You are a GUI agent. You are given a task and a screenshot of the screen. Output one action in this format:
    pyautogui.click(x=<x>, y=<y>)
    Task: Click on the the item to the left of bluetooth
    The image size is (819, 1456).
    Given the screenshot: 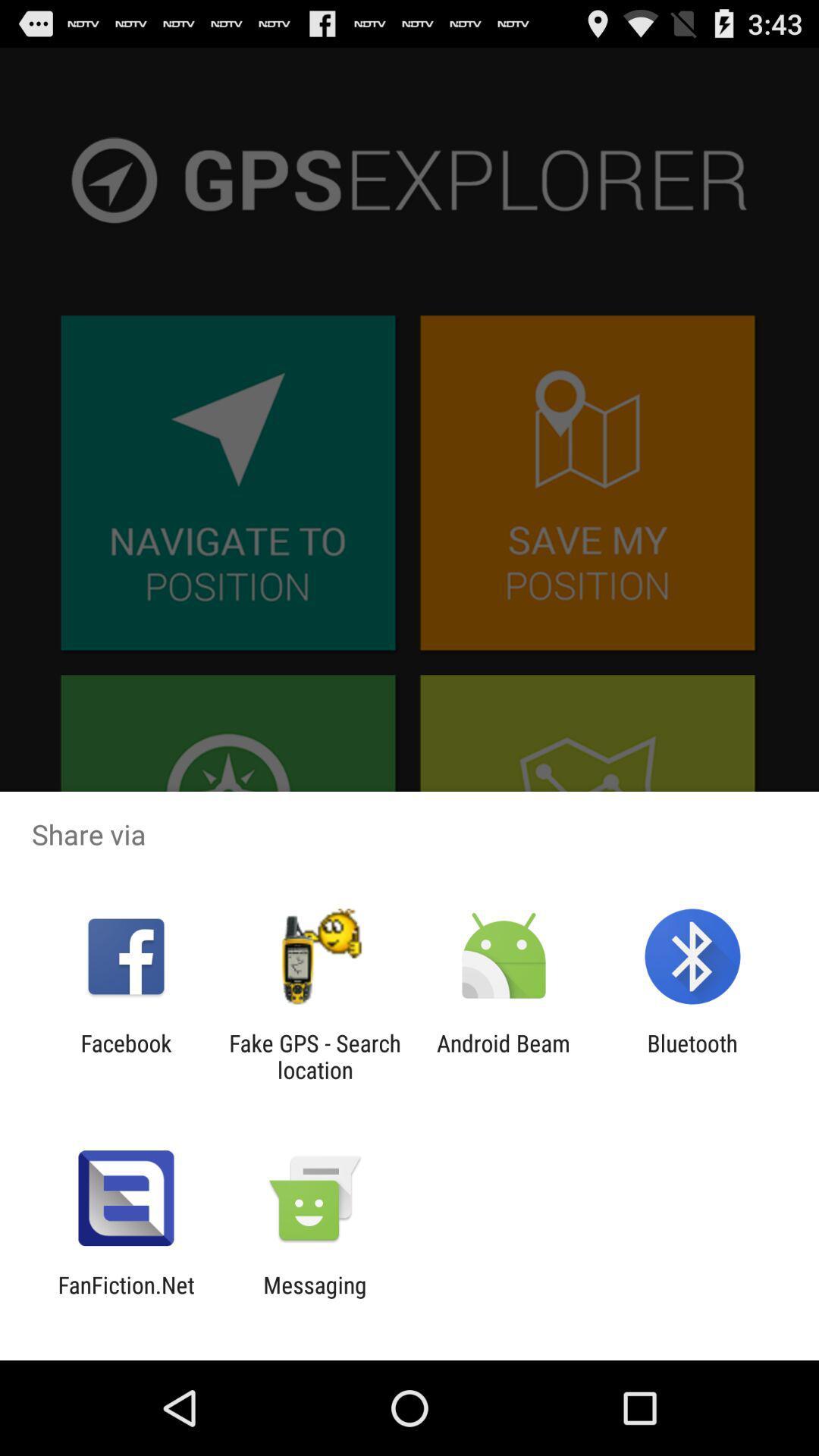 What is the action you would take?
    pyautogui.click(x=504, y=1056)
    